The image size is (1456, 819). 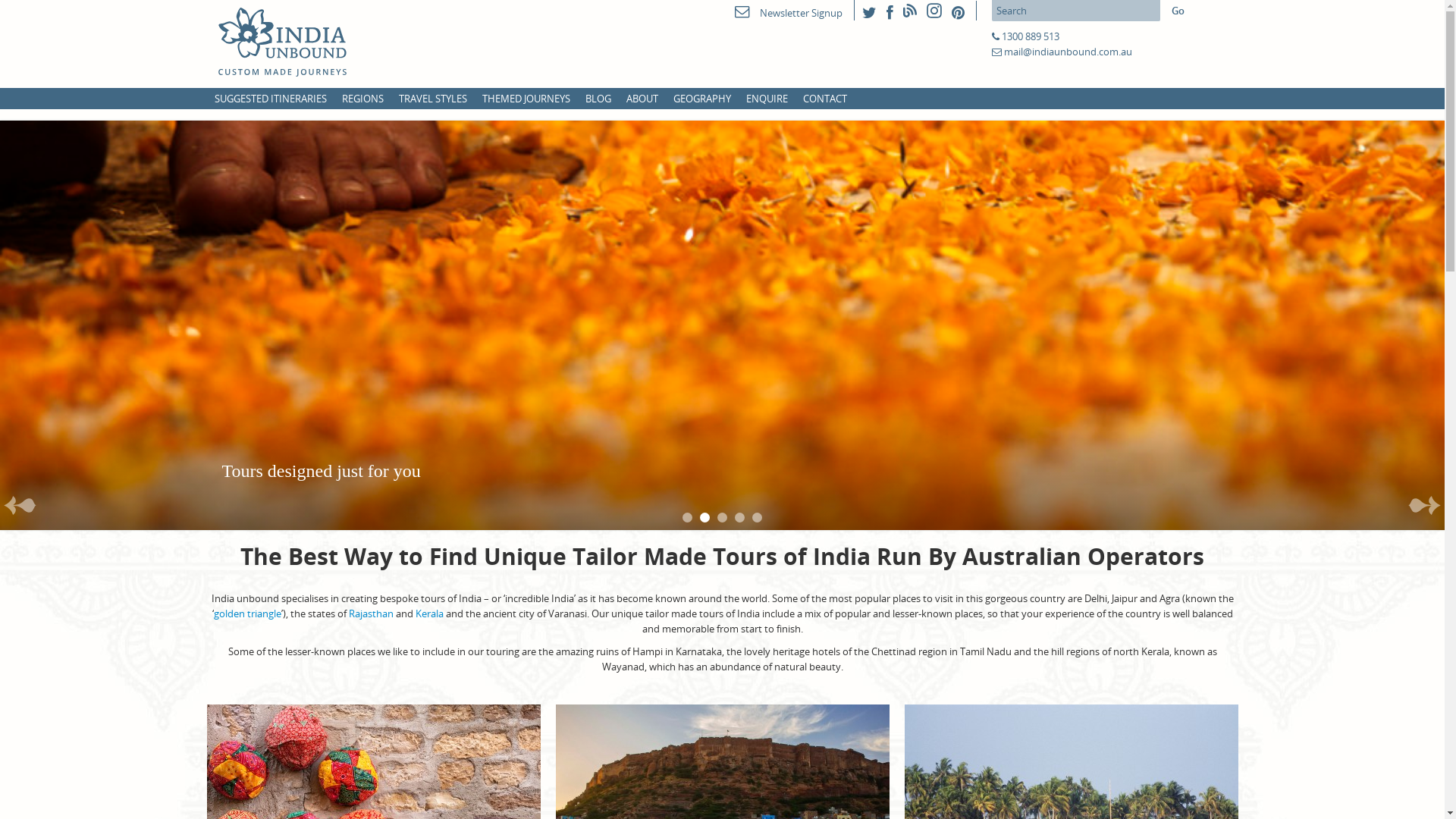 What do you see at coordinates (526, 99) in the screenshot?
I see `'THEMED JOURNEYS'` at bounding box center [526, 99].